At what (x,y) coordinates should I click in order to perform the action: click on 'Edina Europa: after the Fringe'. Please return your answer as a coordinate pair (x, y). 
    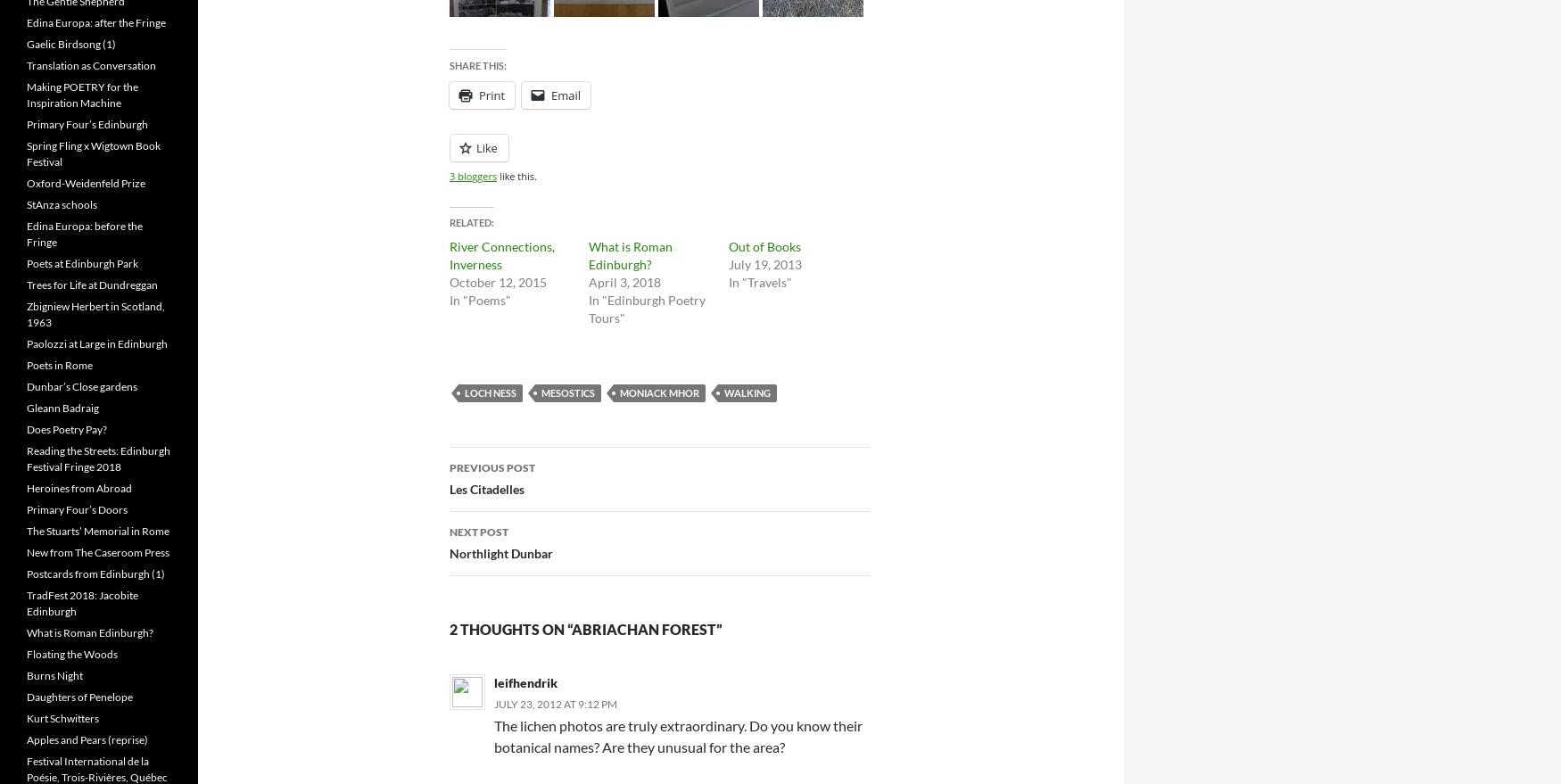
    Looking at the image, I should click on (95, 21).